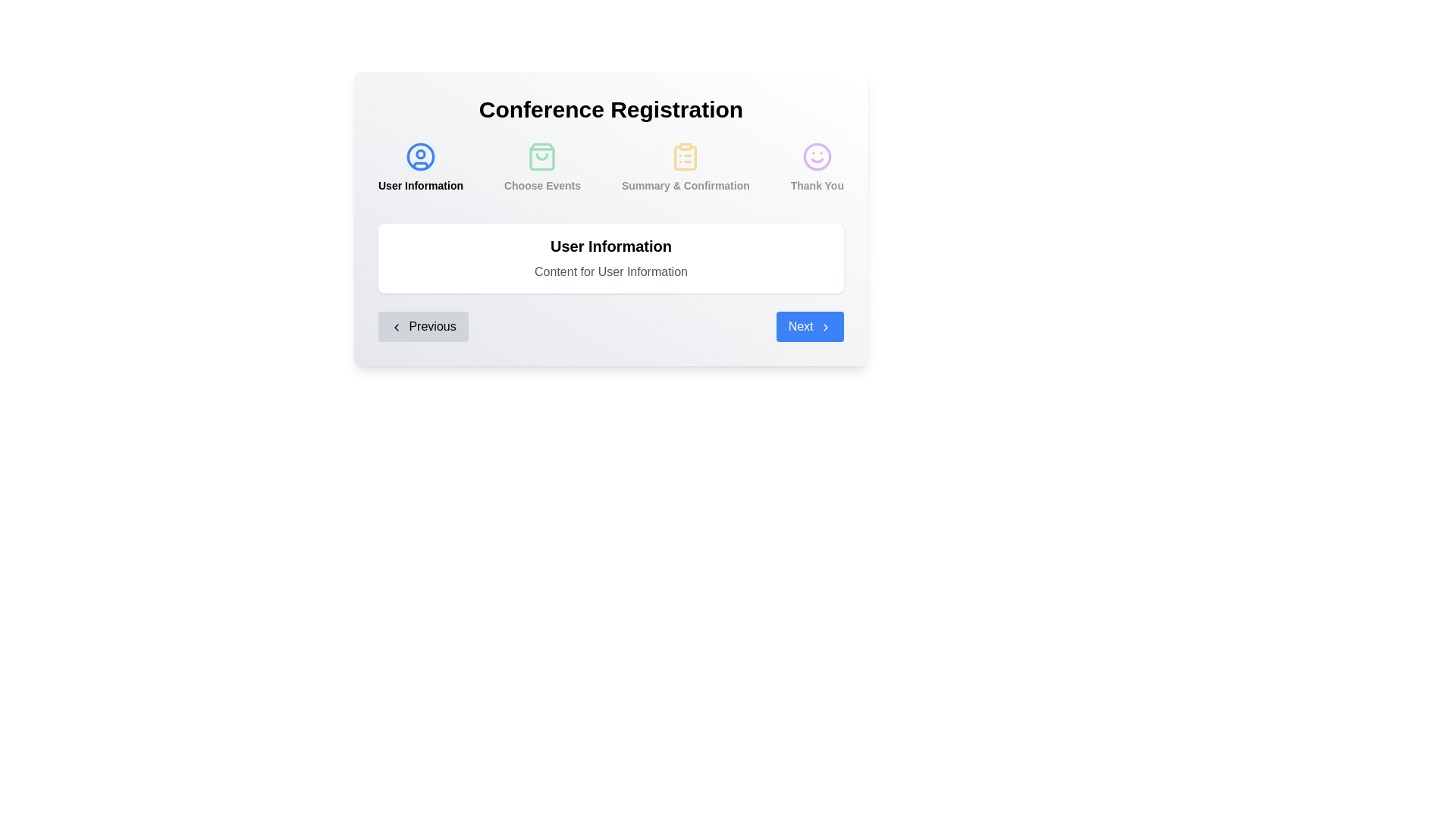 This screenshot has width=1456, height=819. What do you see at coordinates (542, 167) in the screenshot?
I see `the Navigation step indicator, which features a green shopping bag icon above the text 'Choose Events'` at bounding box center [542, 167].